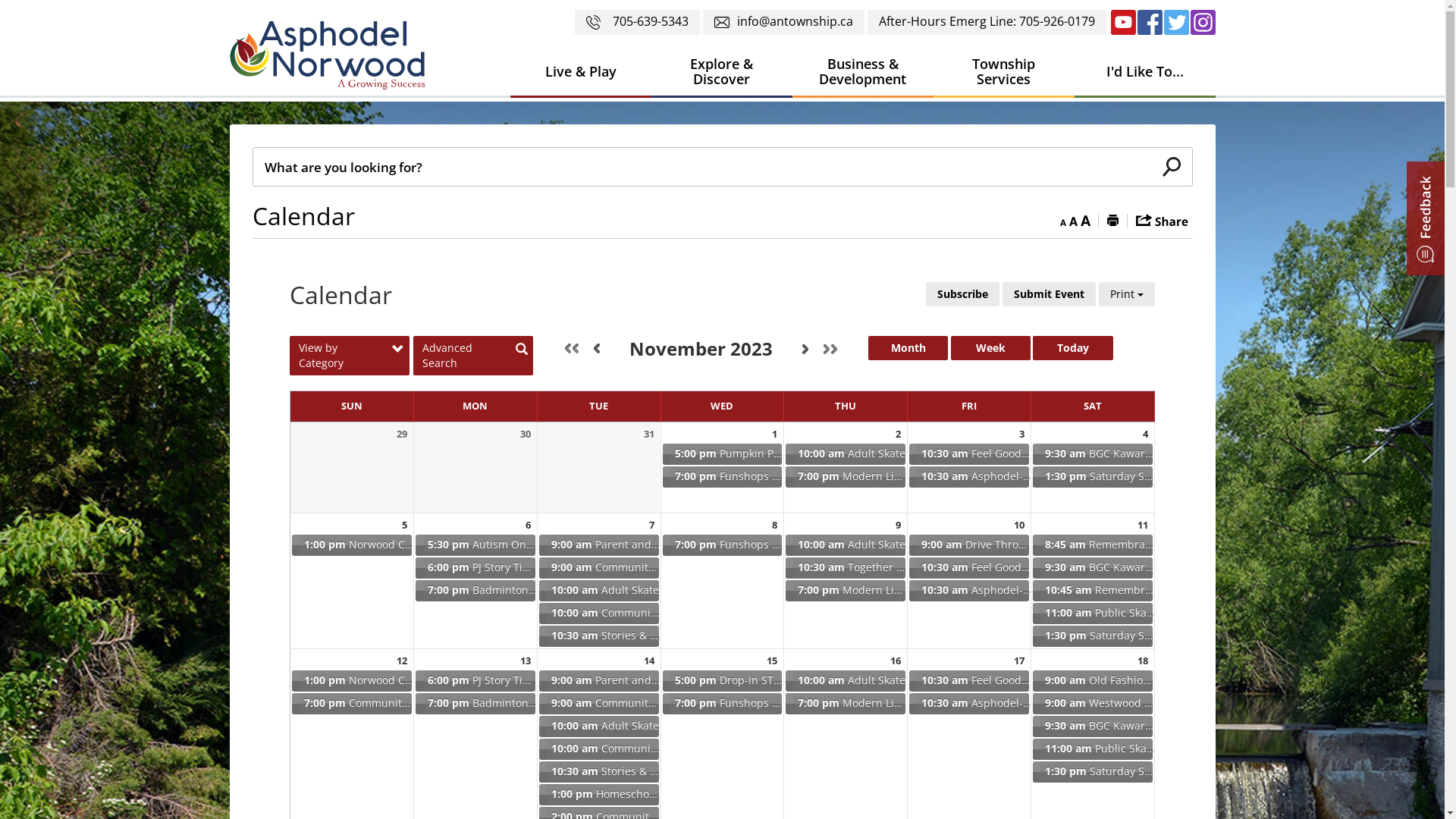 Image resolution: width=1456 pixels, height=819 pixels. Describe the element at coordinates (521, 350) in the screenshot. I see `'Icon - Advanced Search'` at that location.